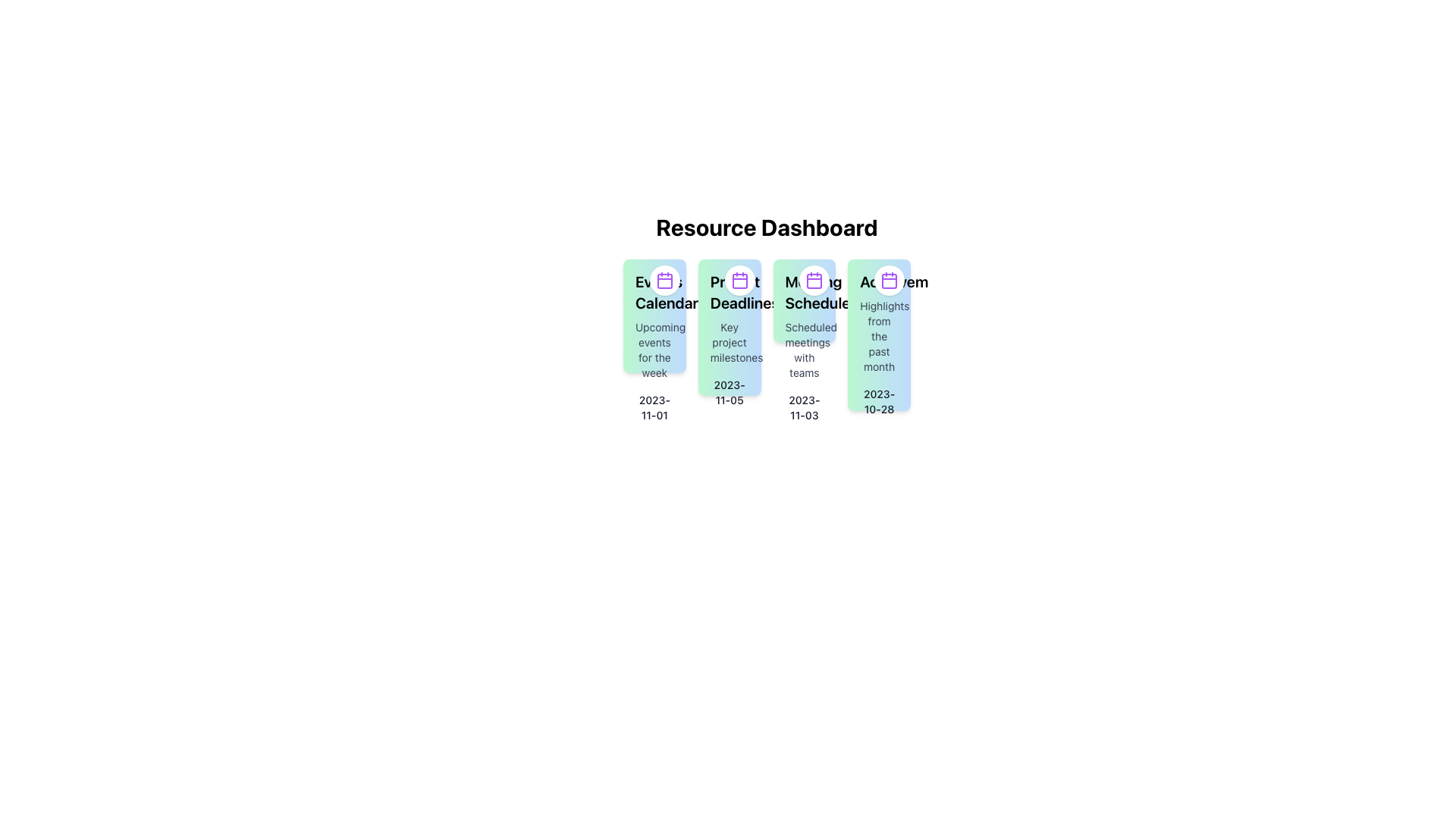 The width and height of the screenshot is (1456, 819). I want to click on the calendar icon located inside the fourth icon under the 'Resource Dashboard' heading, so click(889, 281).